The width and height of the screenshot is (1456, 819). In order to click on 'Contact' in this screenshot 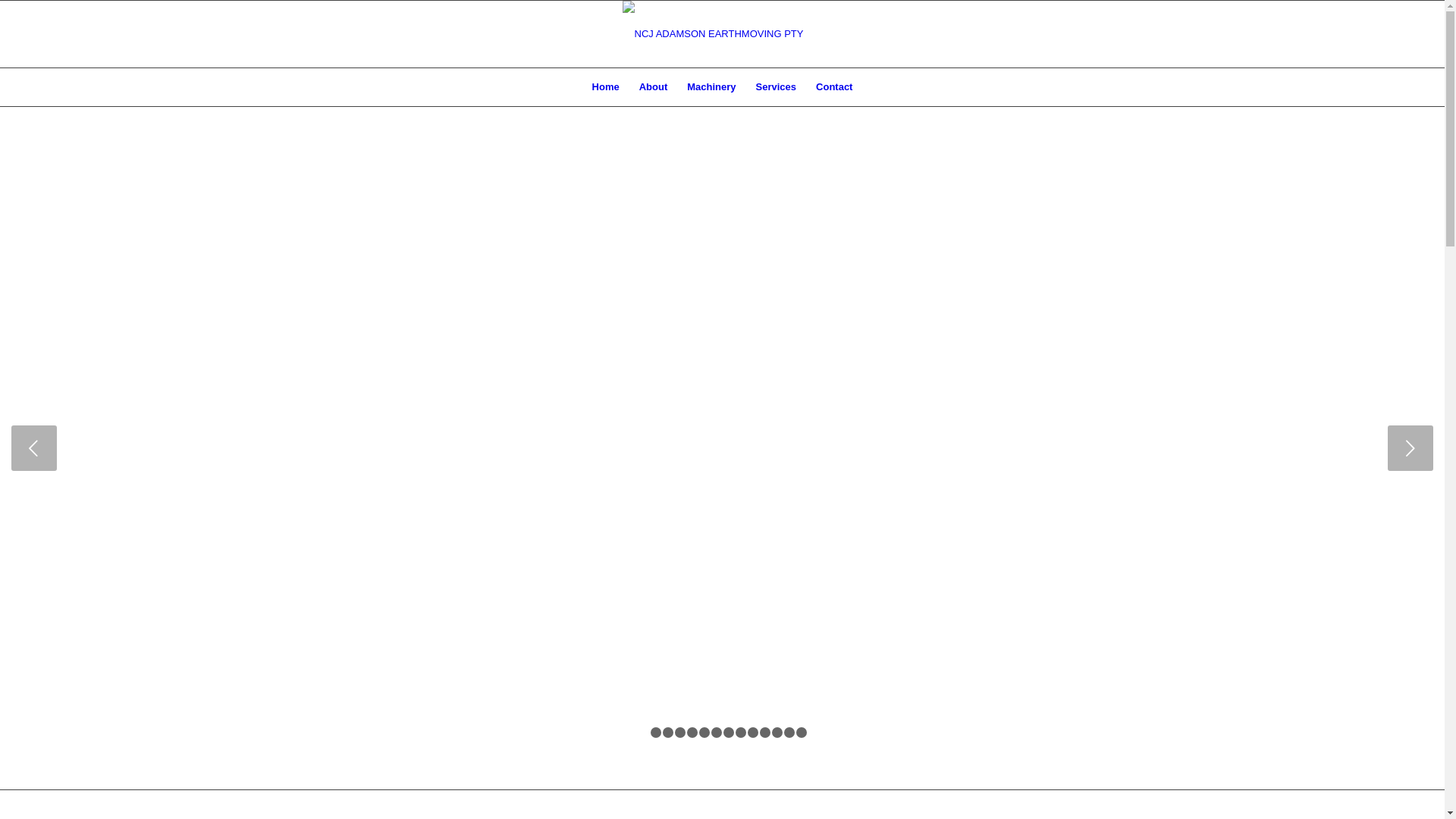, I will do `click(833, 87)`.